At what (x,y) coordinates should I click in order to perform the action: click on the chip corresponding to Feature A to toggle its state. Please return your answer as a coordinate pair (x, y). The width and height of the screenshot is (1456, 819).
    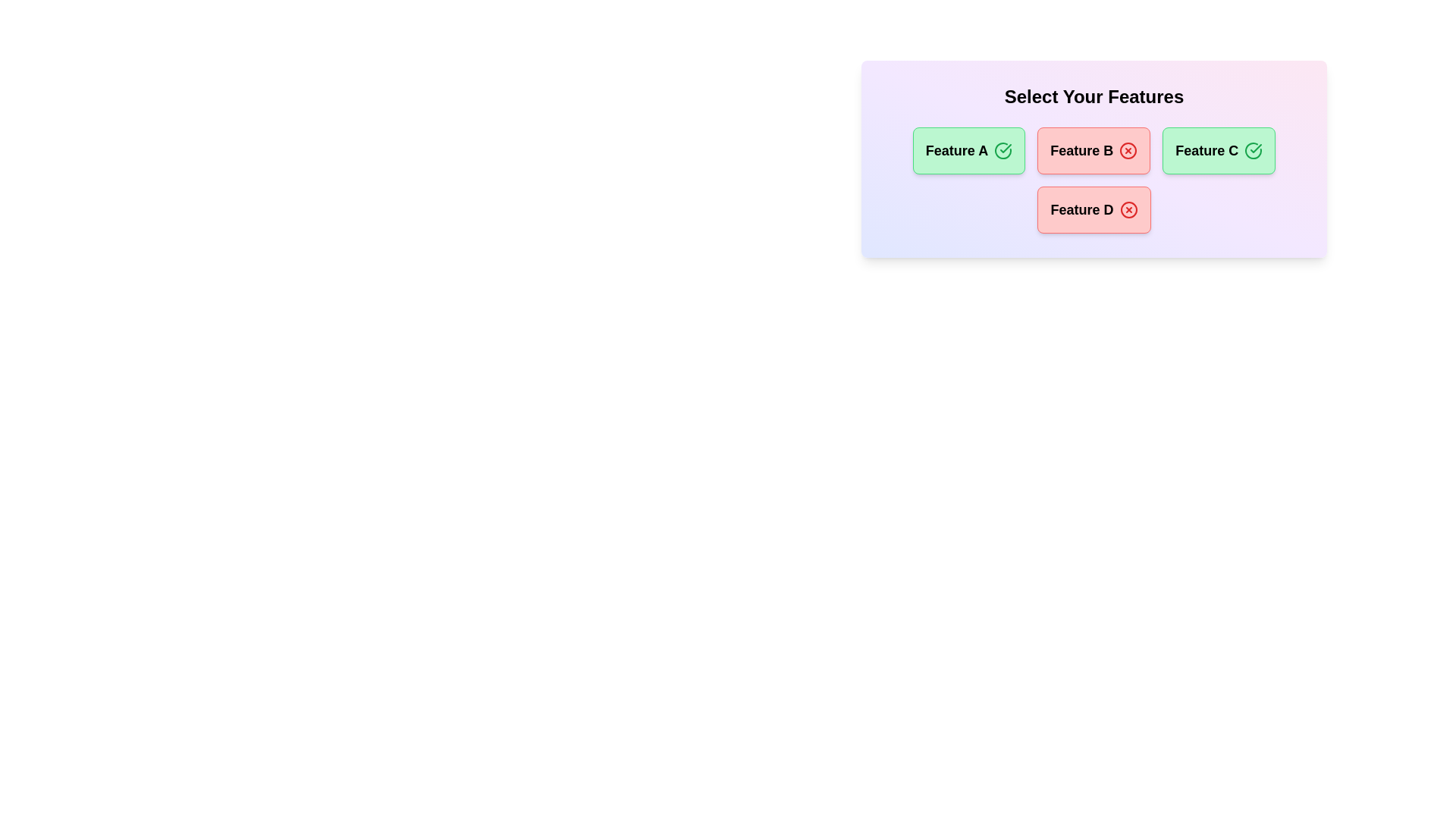
    Looking at the image, I should click on (968, 151).